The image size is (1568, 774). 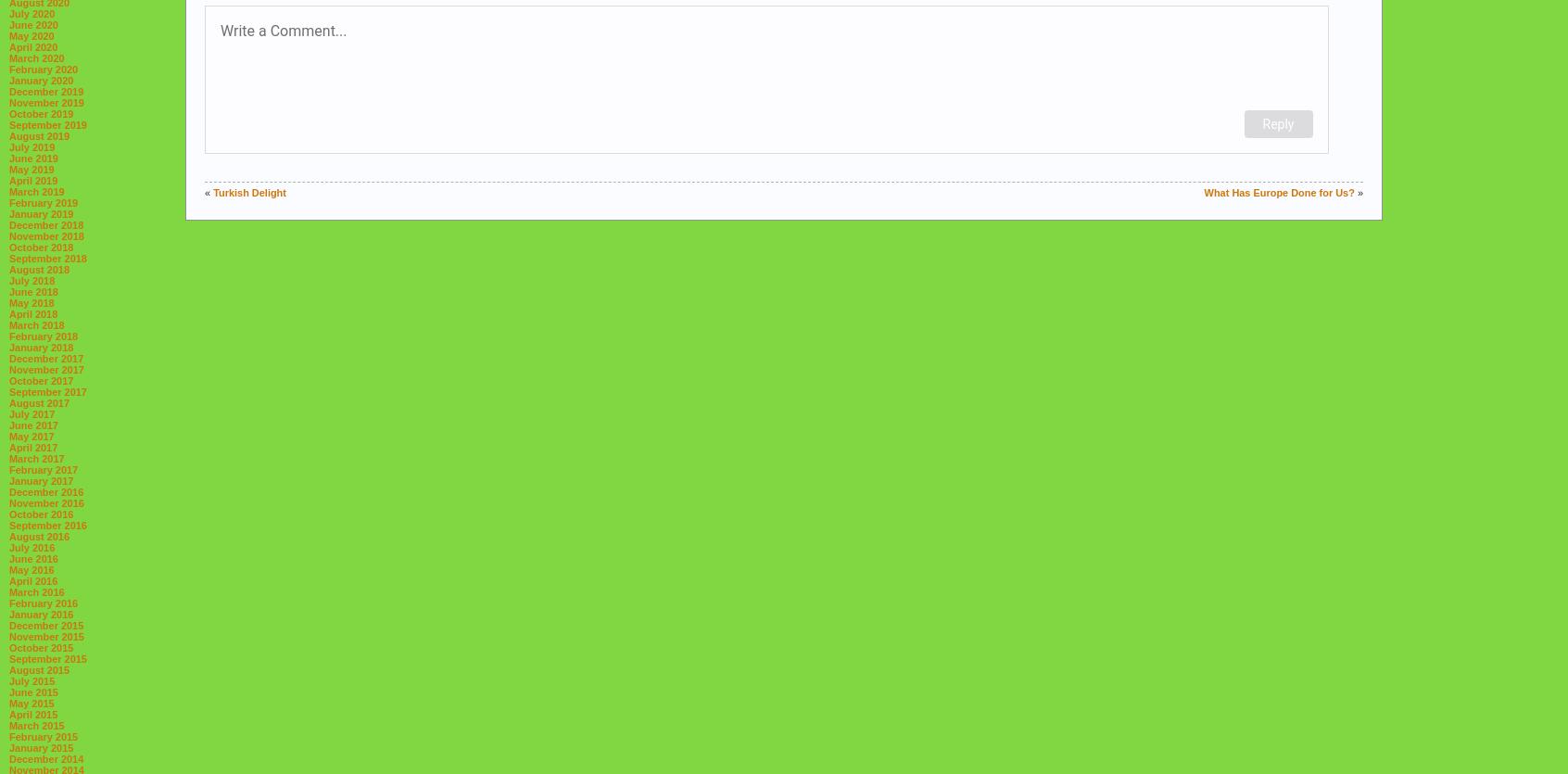 I want to click on 'February 2019', so click(x=43, y=203).